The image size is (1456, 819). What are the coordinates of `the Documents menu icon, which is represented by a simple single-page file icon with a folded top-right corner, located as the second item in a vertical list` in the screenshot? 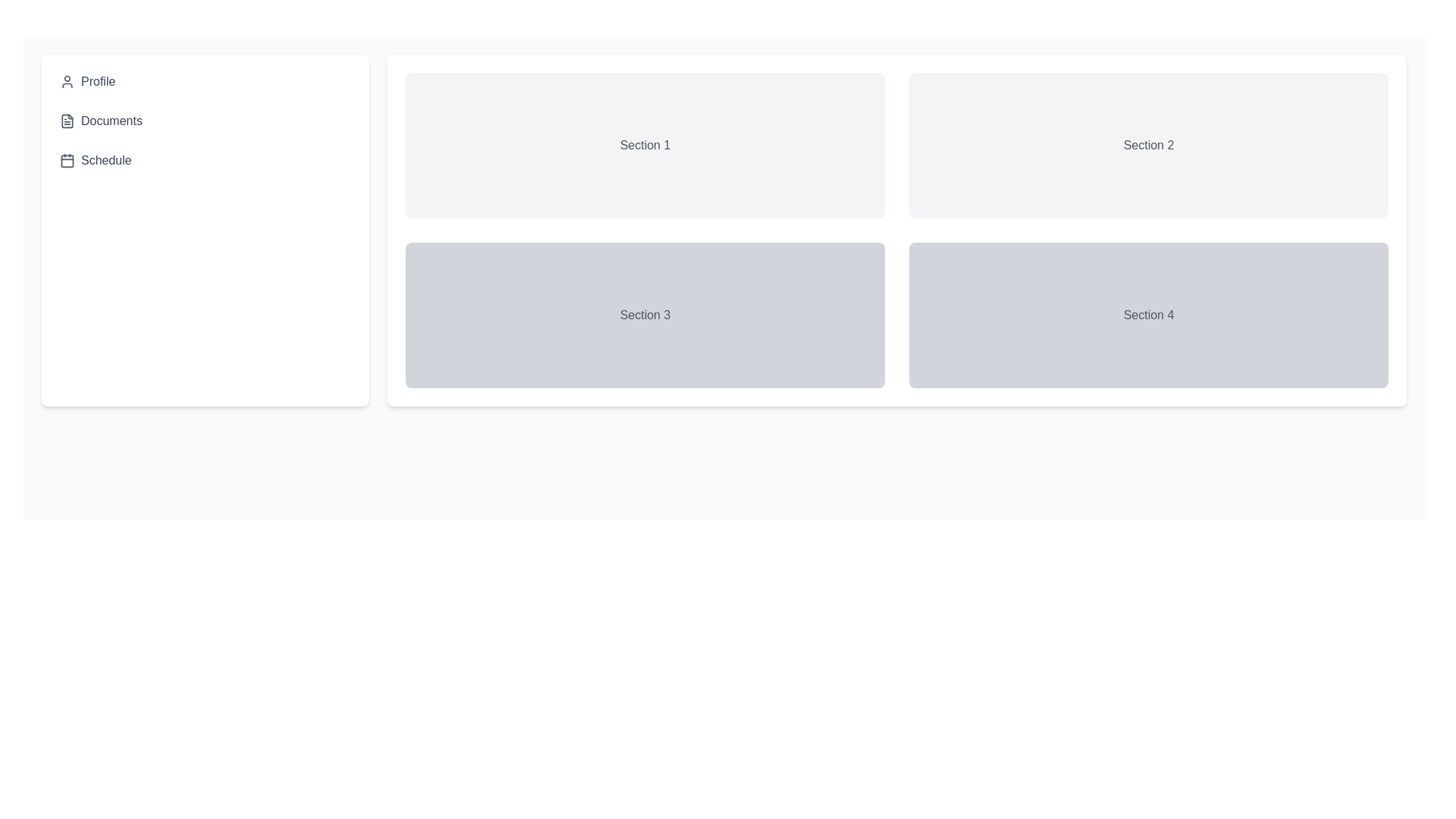 It's located at (67, 120).